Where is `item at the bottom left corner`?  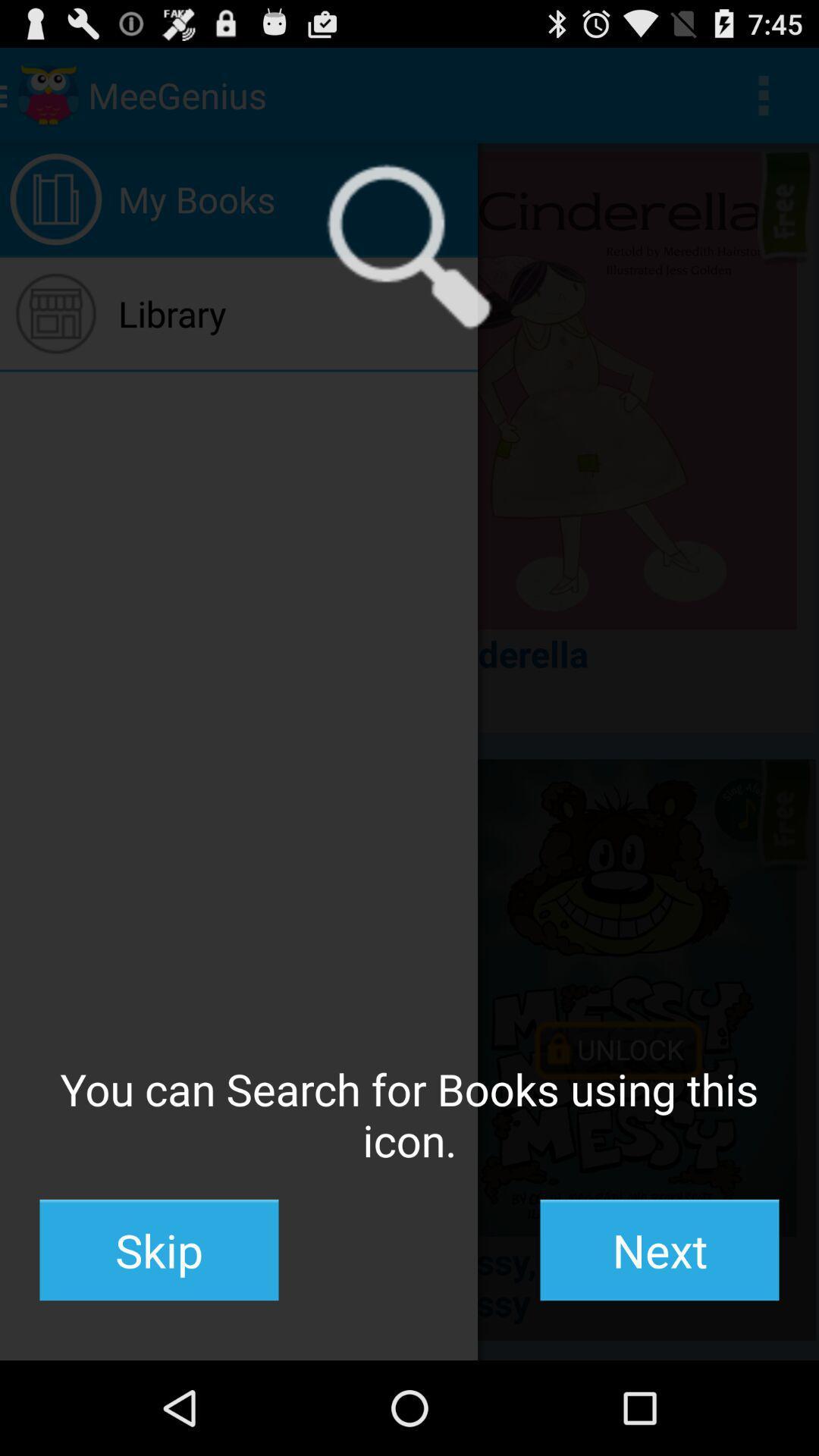
item at the bottom left corner is located at coordinates (158, 1250).